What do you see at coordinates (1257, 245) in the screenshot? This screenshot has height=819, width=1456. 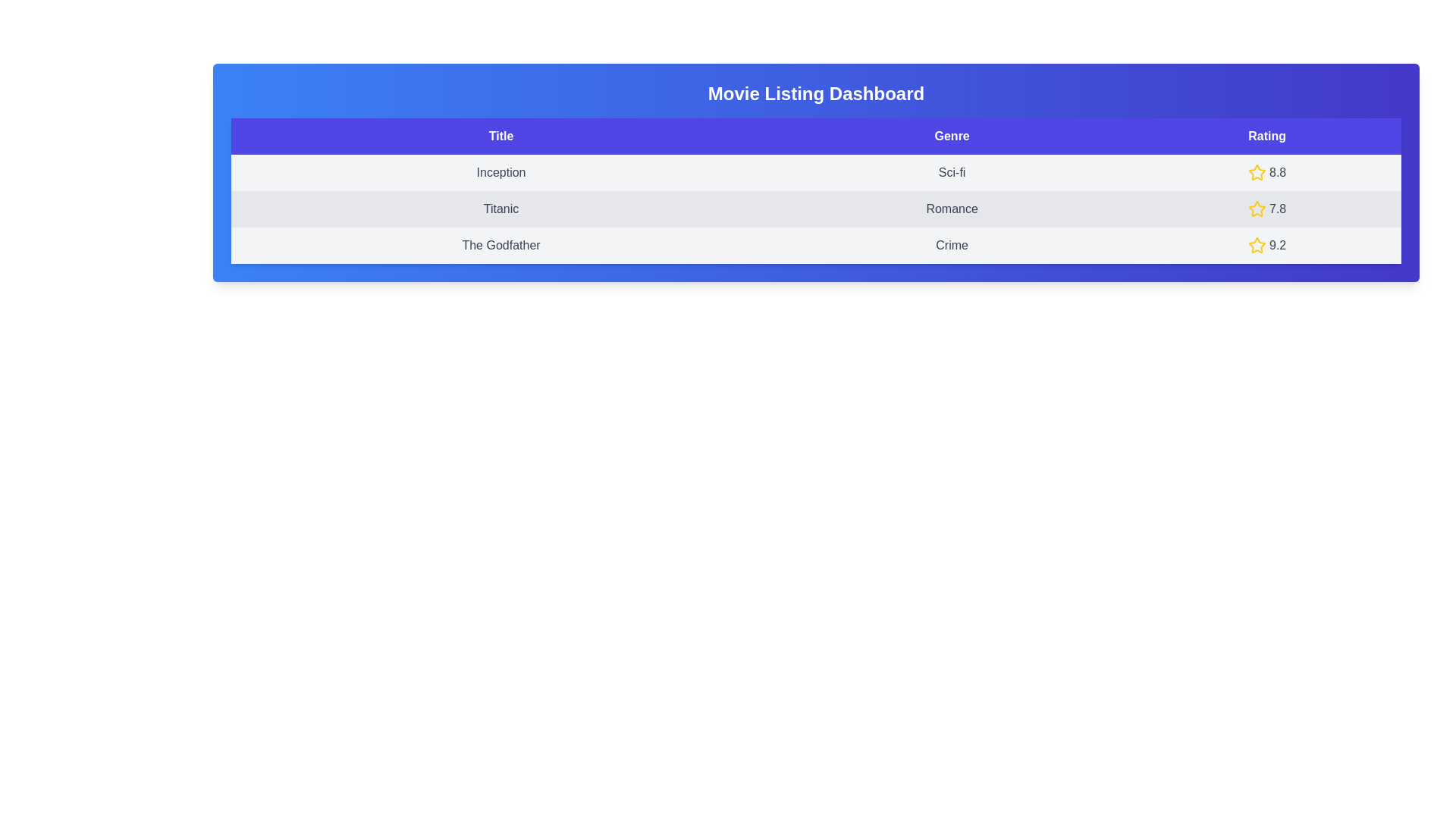 I see `the yellow star icon located in the third row of the 'Rating' column, next to the numerical value '9.2'` at bounding box center [1257, 245].